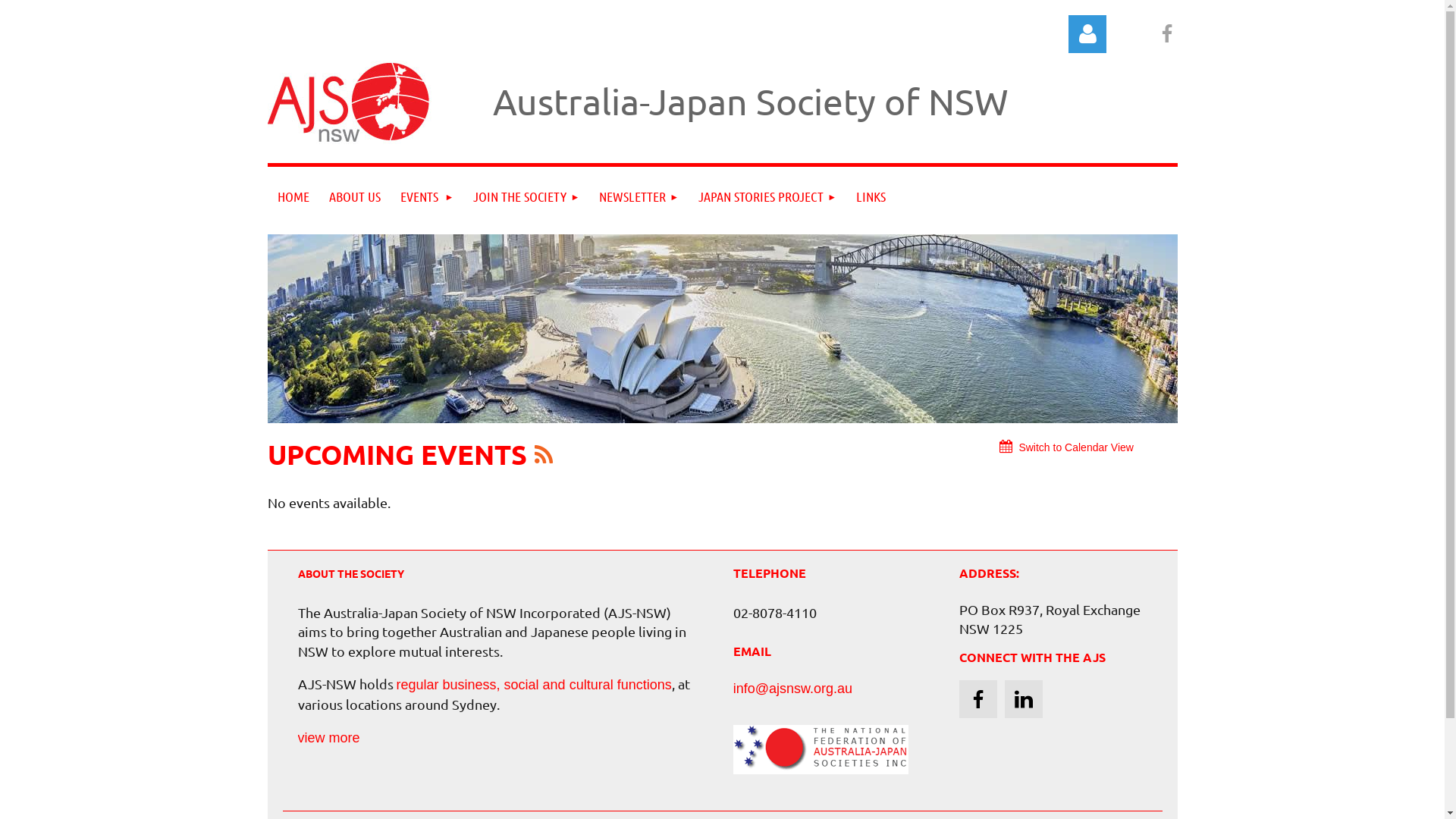 The image size is (1456, 819). Describe the element at coordinates (1154, 33) in the screenshot. I see `'Facebook'` at that location.